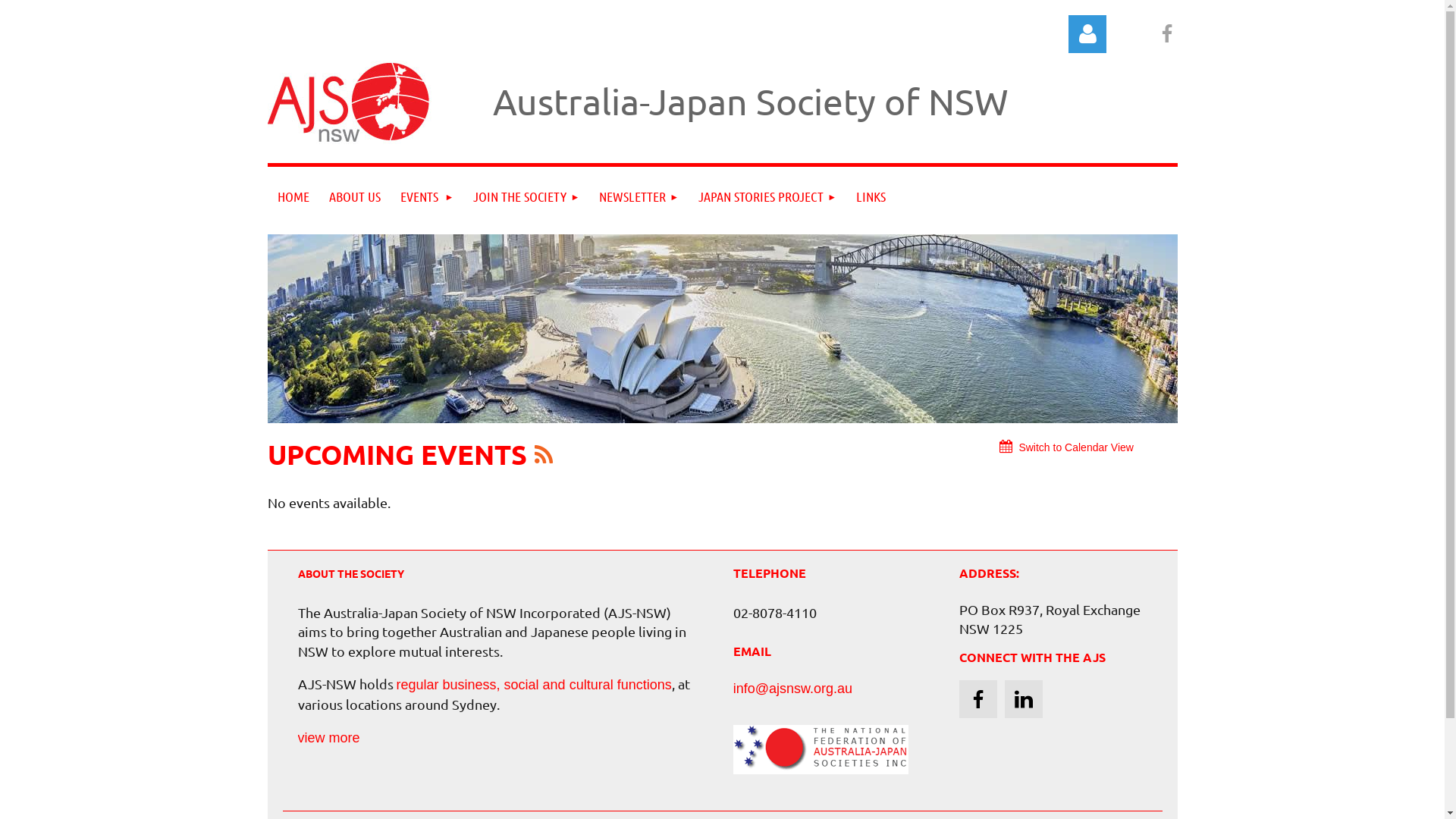 The image size is (1456, 819). Describe the element at coordinates (1154, 33) in the screenshot. I see `'Facebook'` at that location.